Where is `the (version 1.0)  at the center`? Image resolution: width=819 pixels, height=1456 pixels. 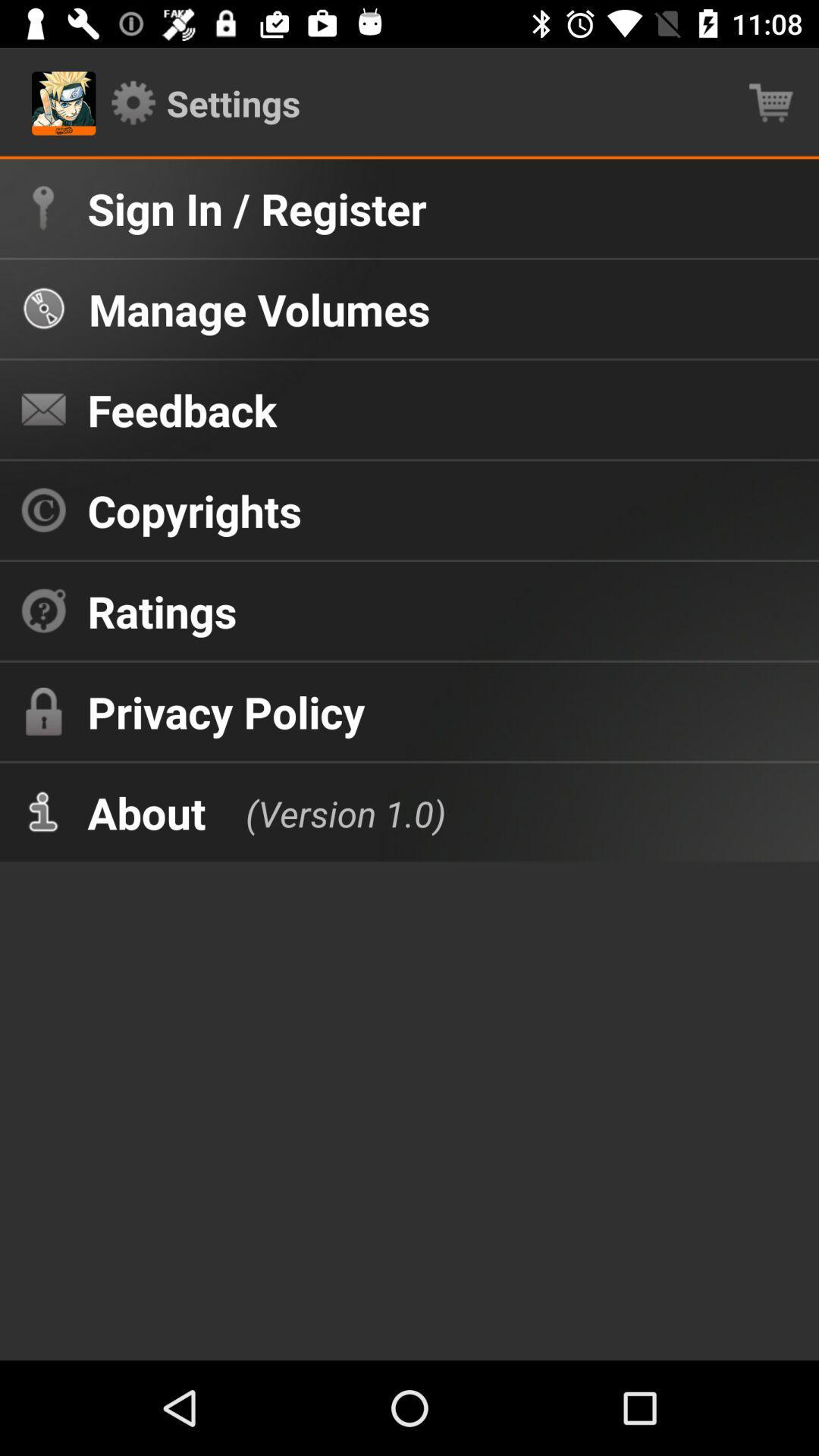 the (version 1.0)  at the center is located at coordinates (329, 811).